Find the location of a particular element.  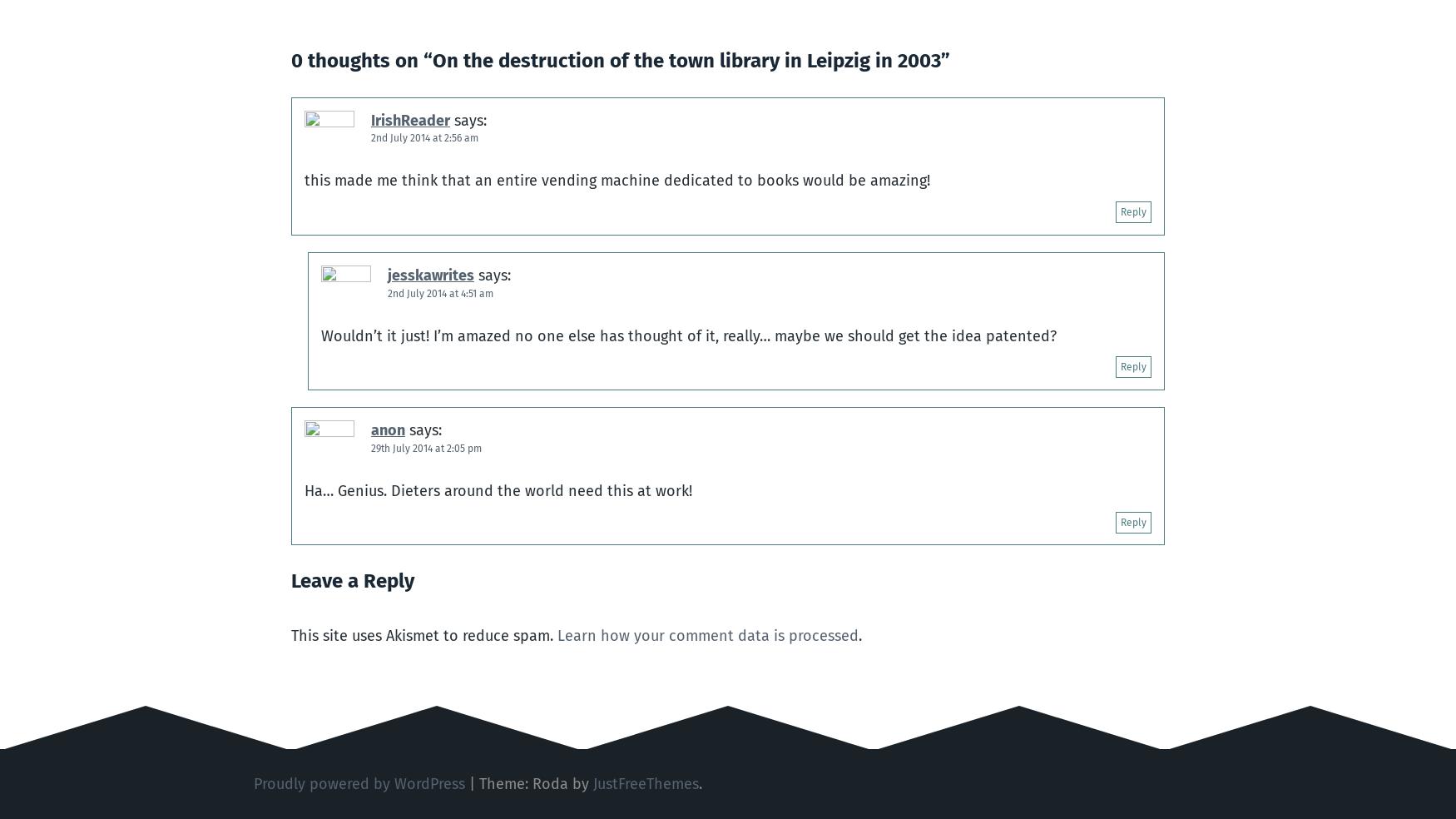

'Ha… Genius. Dieters around the world need this at work!' is located at coordinates (498, 489).